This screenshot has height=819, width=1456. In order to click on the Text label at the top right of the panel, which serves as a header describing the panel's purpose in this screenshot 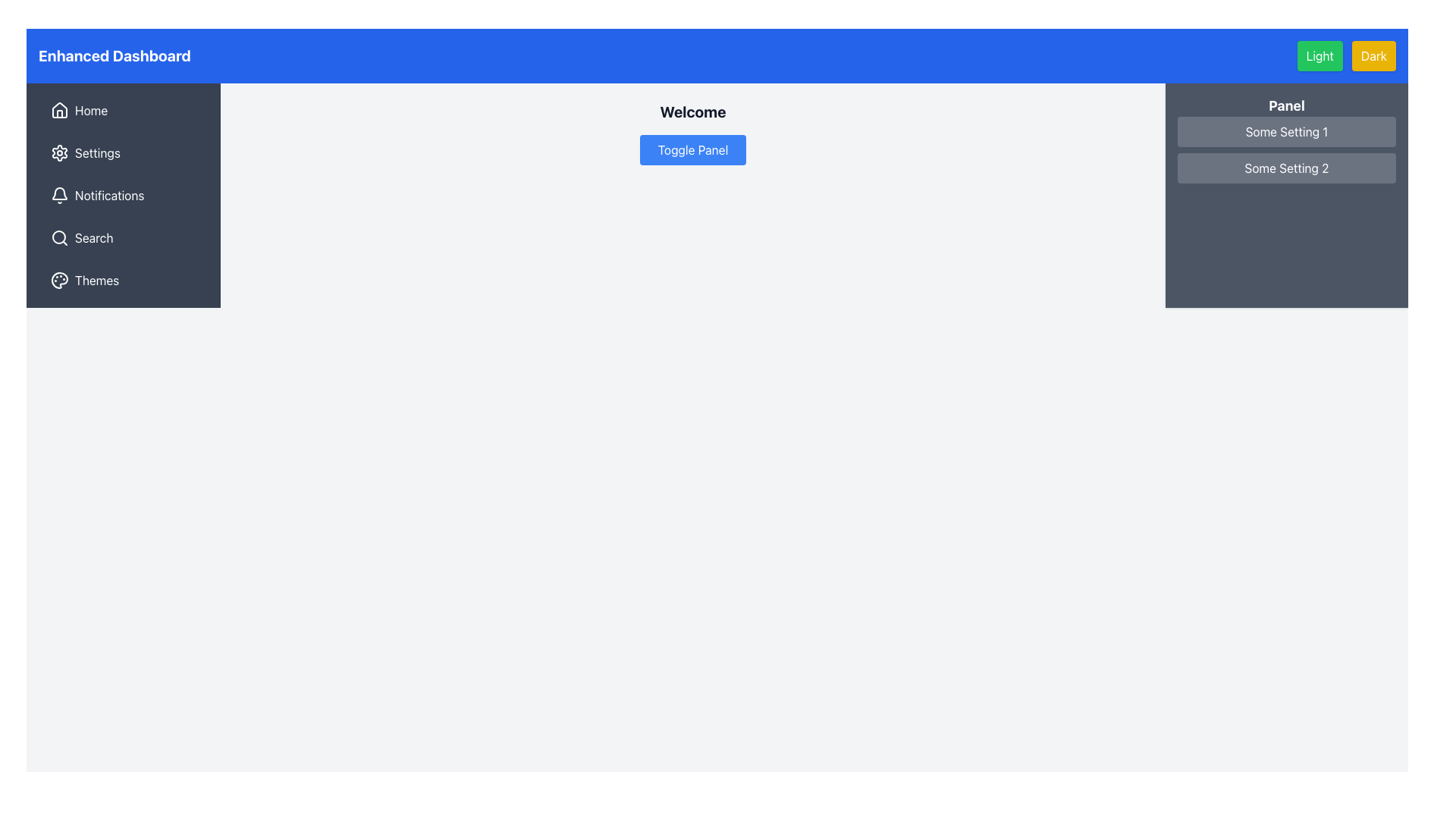, I will do `click(1286, 105)`.